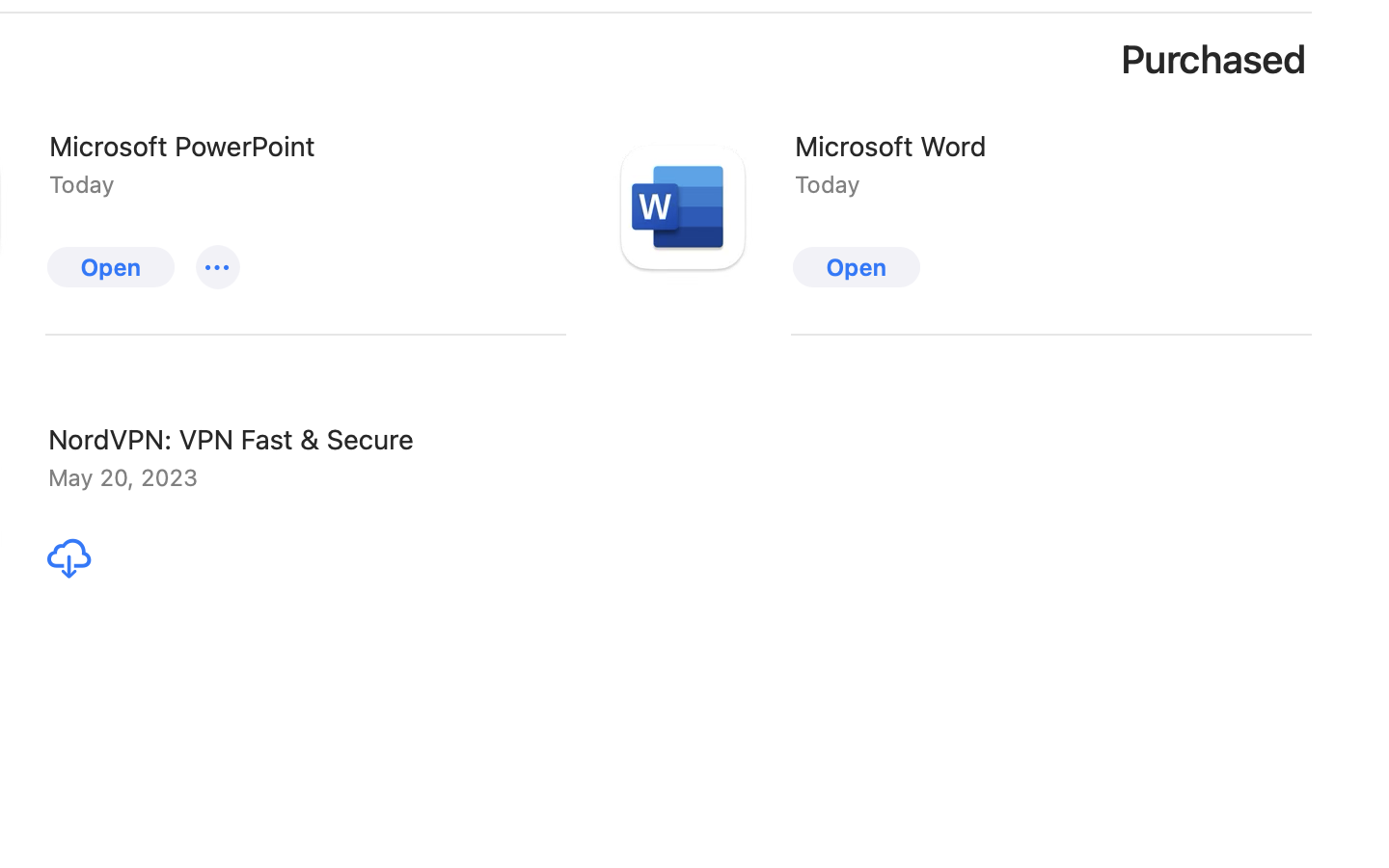  What do you see at coordinates (1212, 59) in the screenshot?
I see `'Purchased'` at bounding box center [1212, 59].